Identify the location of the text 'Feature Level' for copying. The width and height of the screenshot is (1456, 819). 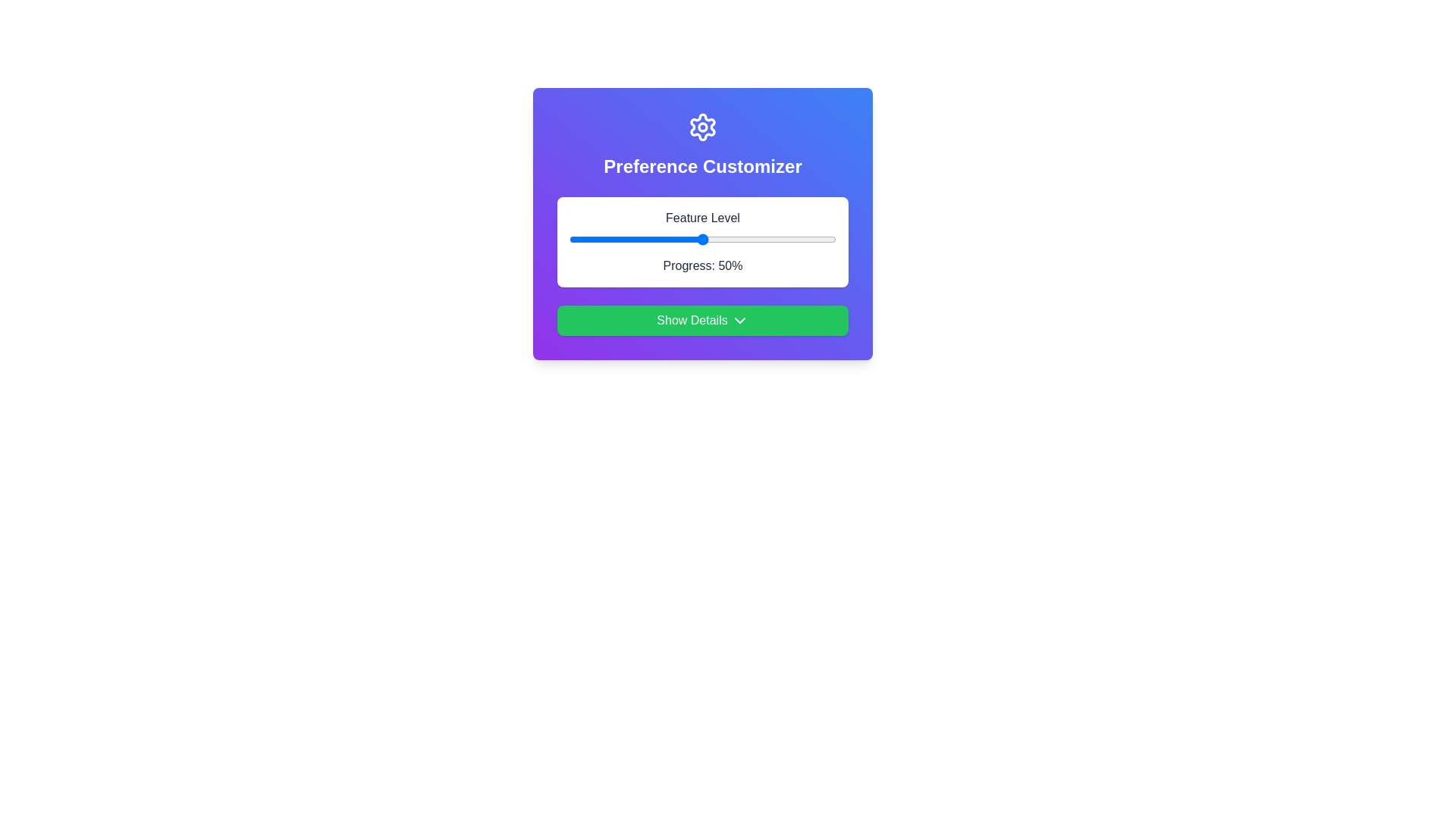
(666, 217).